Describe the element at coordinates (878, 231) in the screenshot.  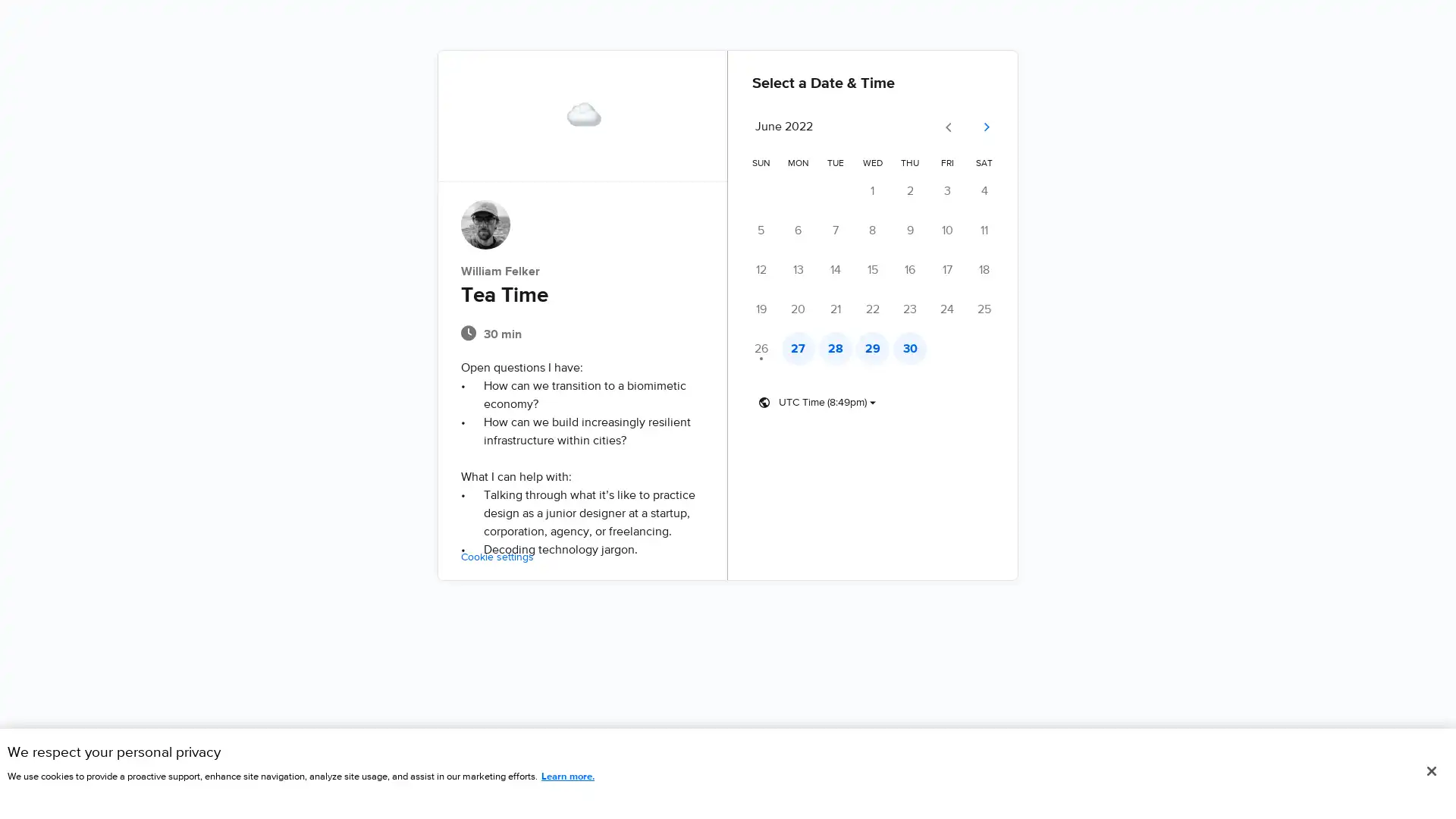
I see `Wednesday, June 8 - No times available` at that location.